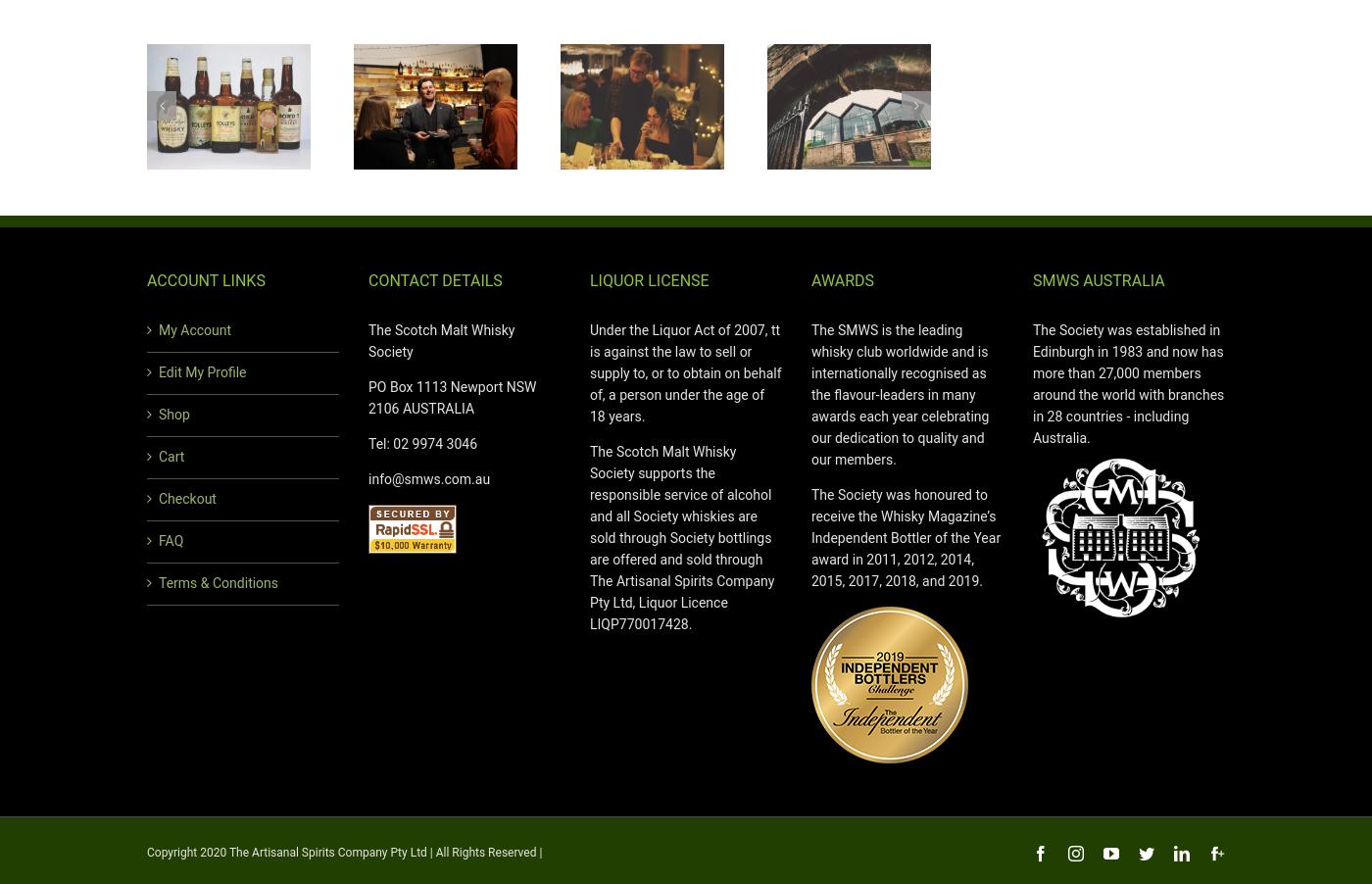 This screenshot has height=884, width=1372. I want to click on 'Account Links', so click(206, 280).